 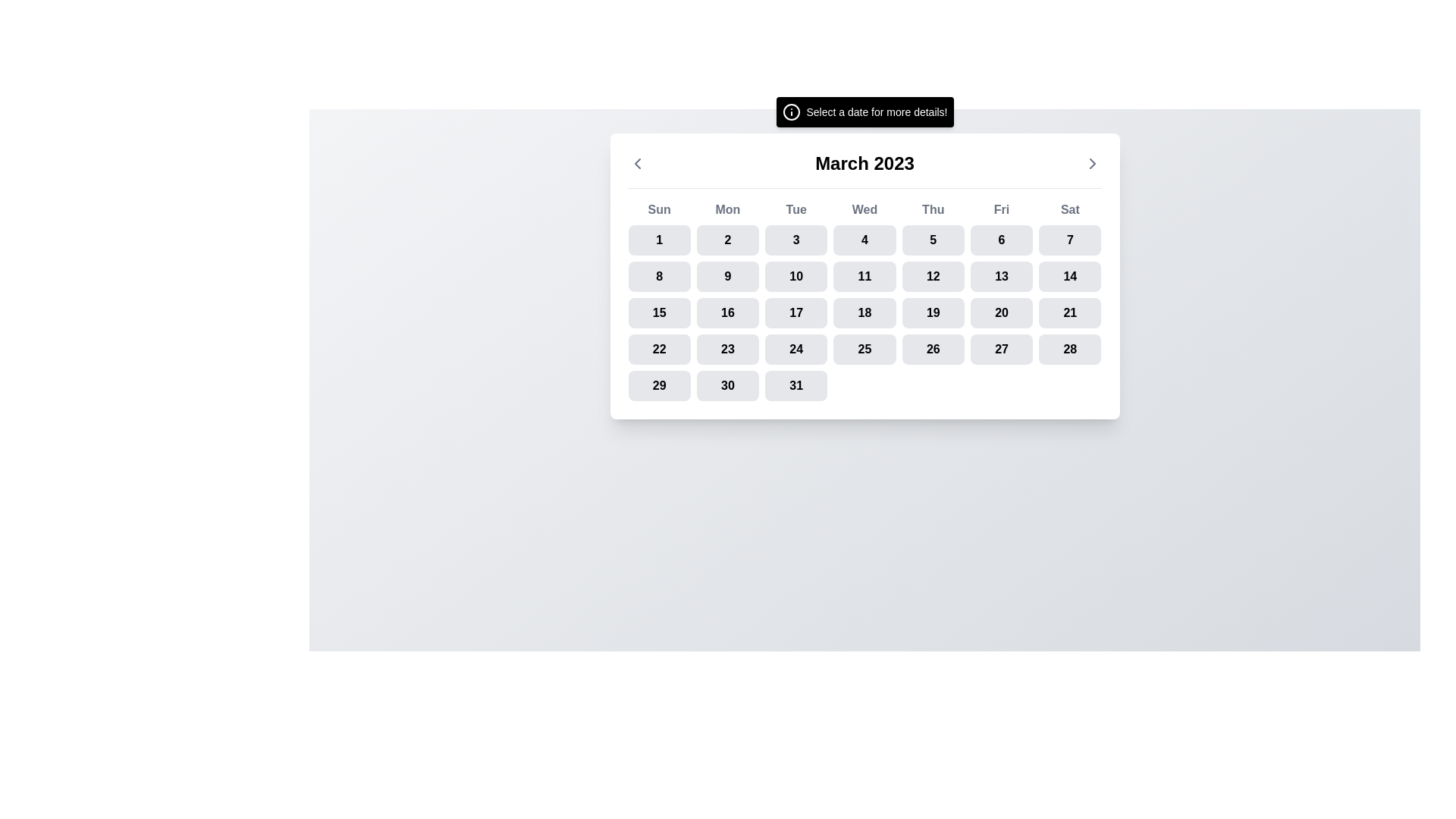 I want to click on the button representing the 8th day of March 2023, located in the fourth column of the second row under the 'Sun' column, so click(x=659, y=277).